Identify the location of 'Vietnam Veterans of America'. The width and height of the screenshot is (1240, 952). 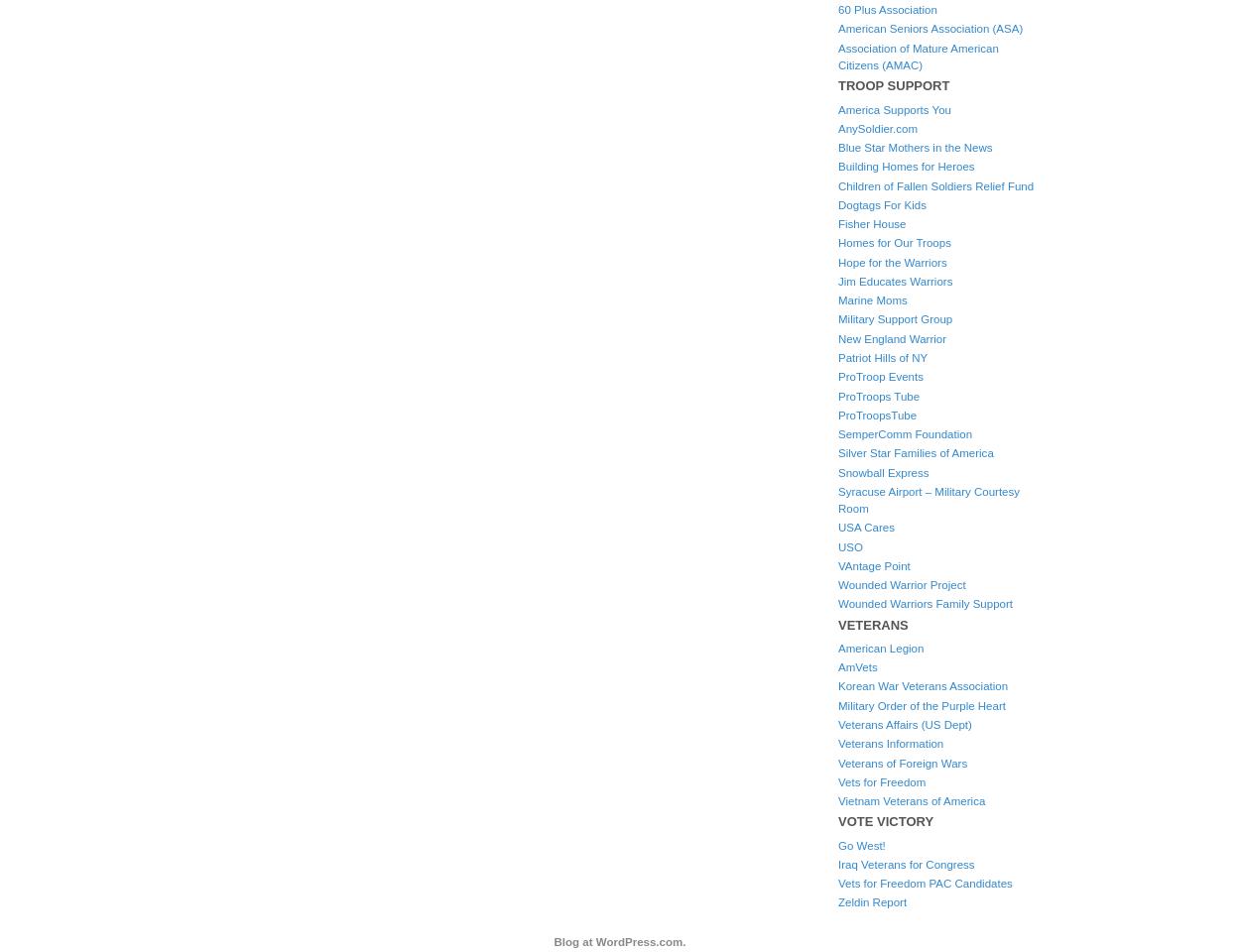
(837, 801).